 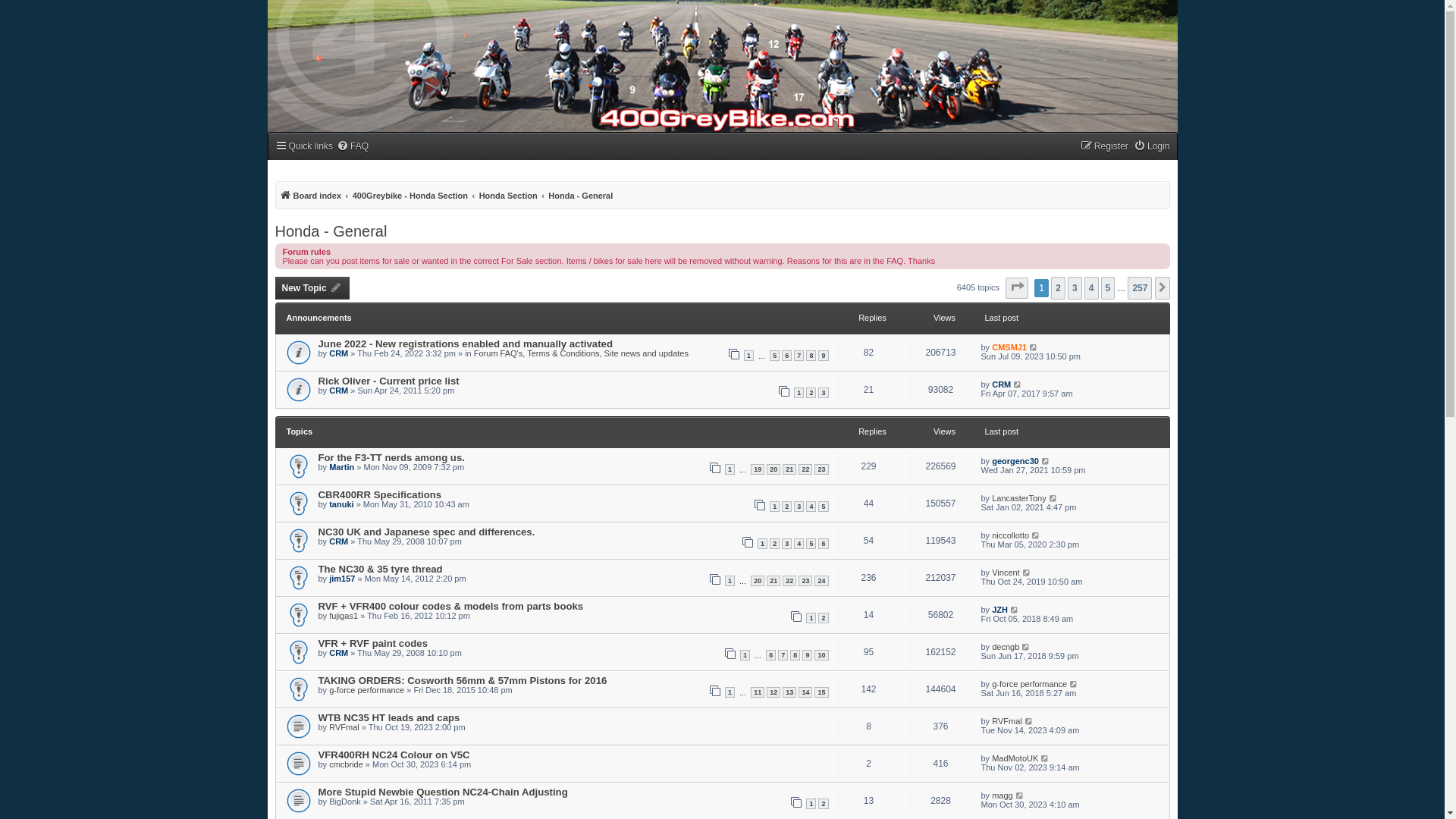 What do you see at coordinates (1053, 497) in the screenshot?
I see `'Go to last post'` at bounding box center [1053, 497].